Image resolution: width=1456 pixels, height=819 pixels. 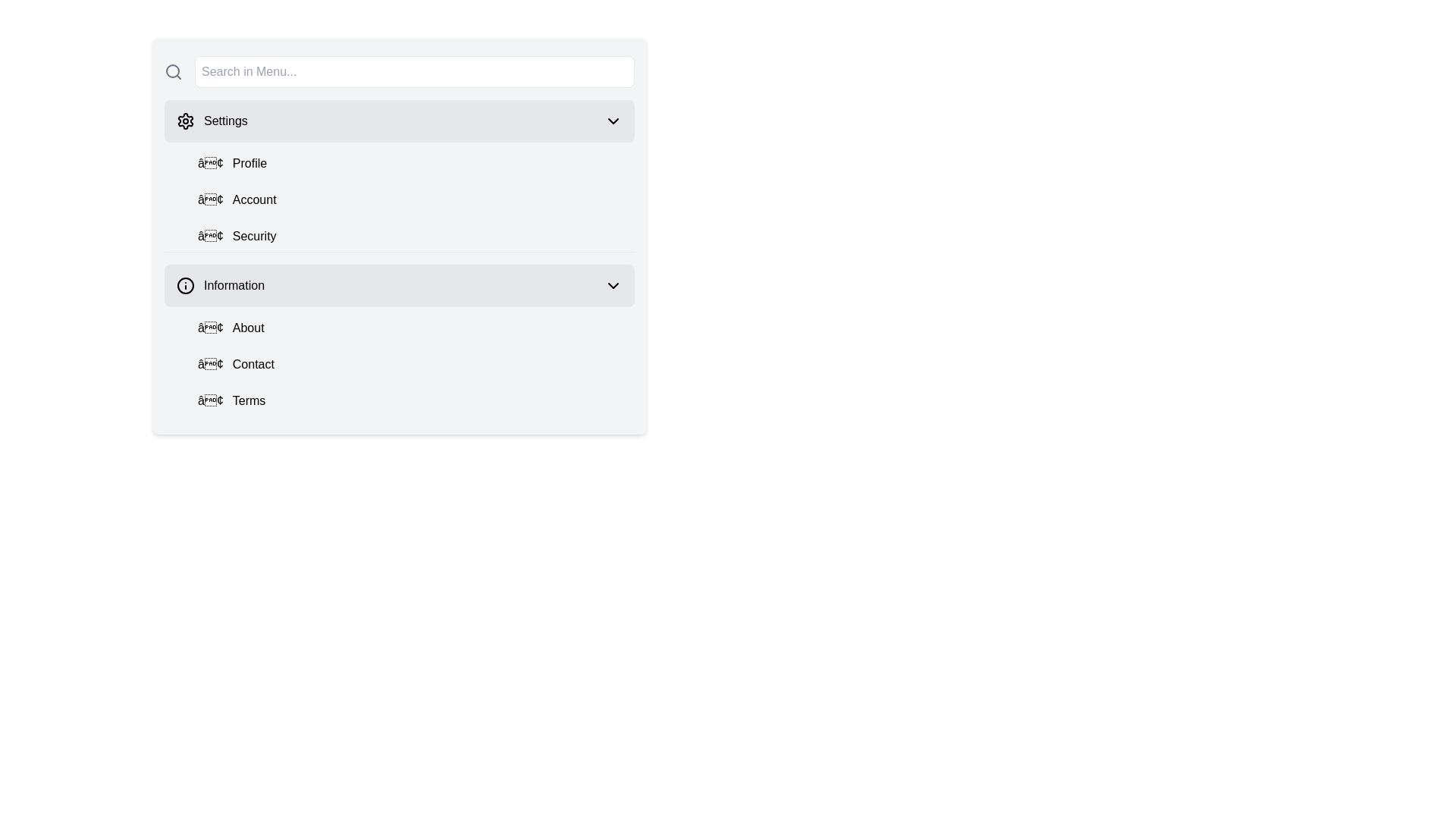 I want to click on the 'Settings' menu item, which features a text label and a gear icon, so click(x=211, y=120).